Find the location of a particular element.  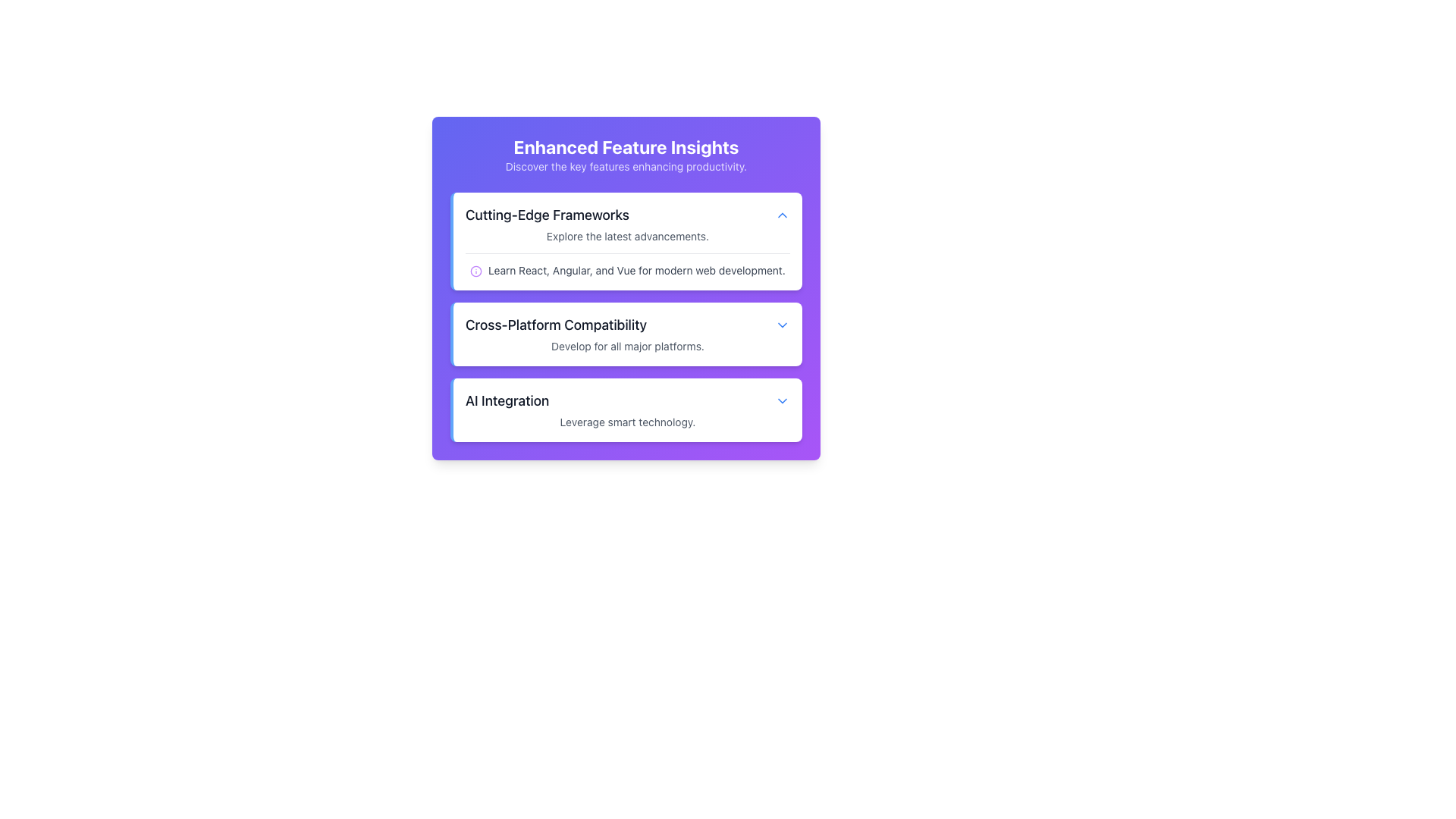

the text label containing the phrase 'Develop for all major platforms.' which is styled with small gray text and positioned below the 'Cross-Platform Compatibility' title is located at coordinates (628, 346).